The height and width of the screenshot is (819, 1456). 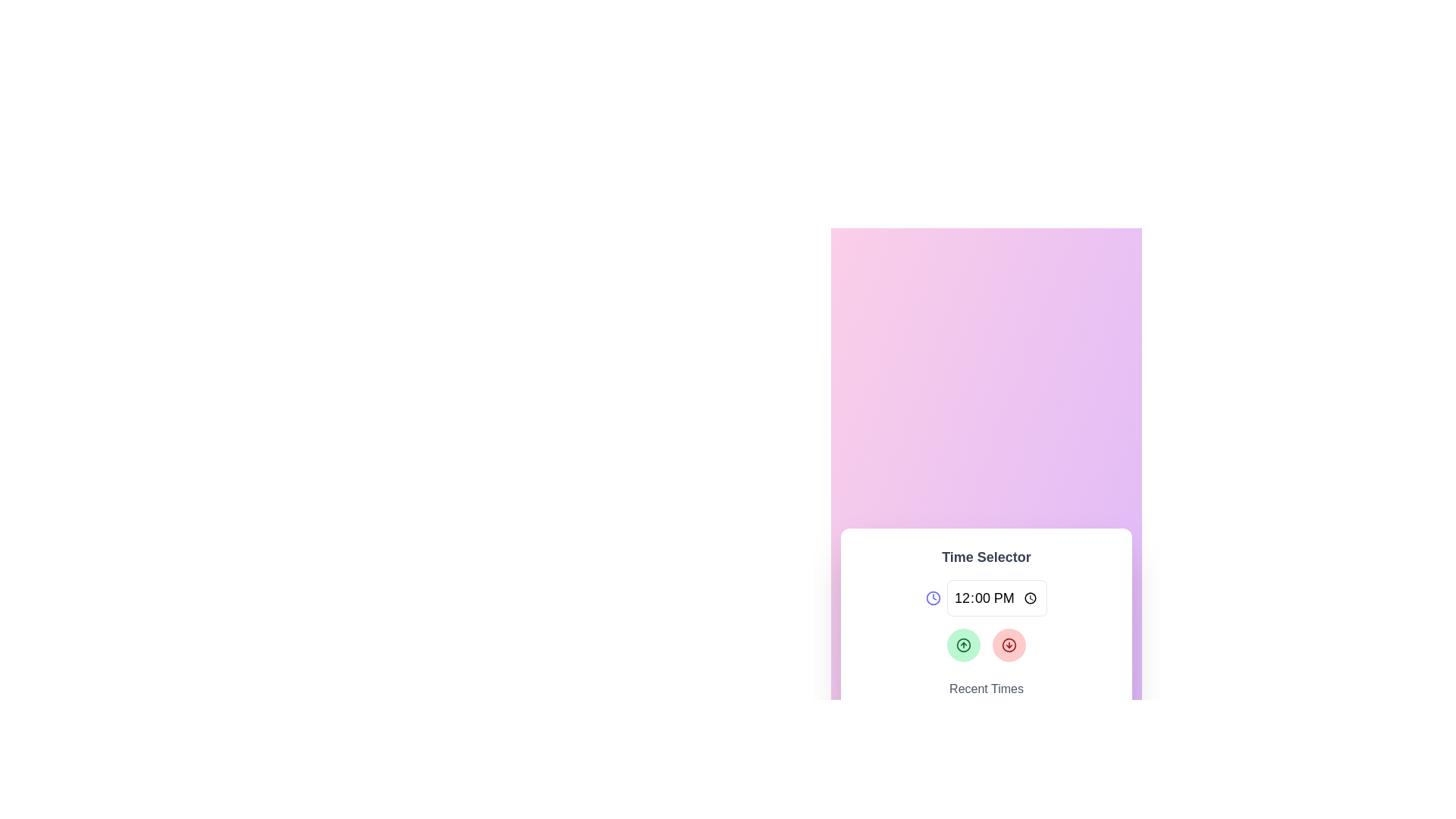 What do you see at coordinates (933, 598) in the screenshot?
I see `the circular graphical component of the clock icon, which has a dark stroke and transparent fill, located to the left of the time display` at bounding box center [933, 598].